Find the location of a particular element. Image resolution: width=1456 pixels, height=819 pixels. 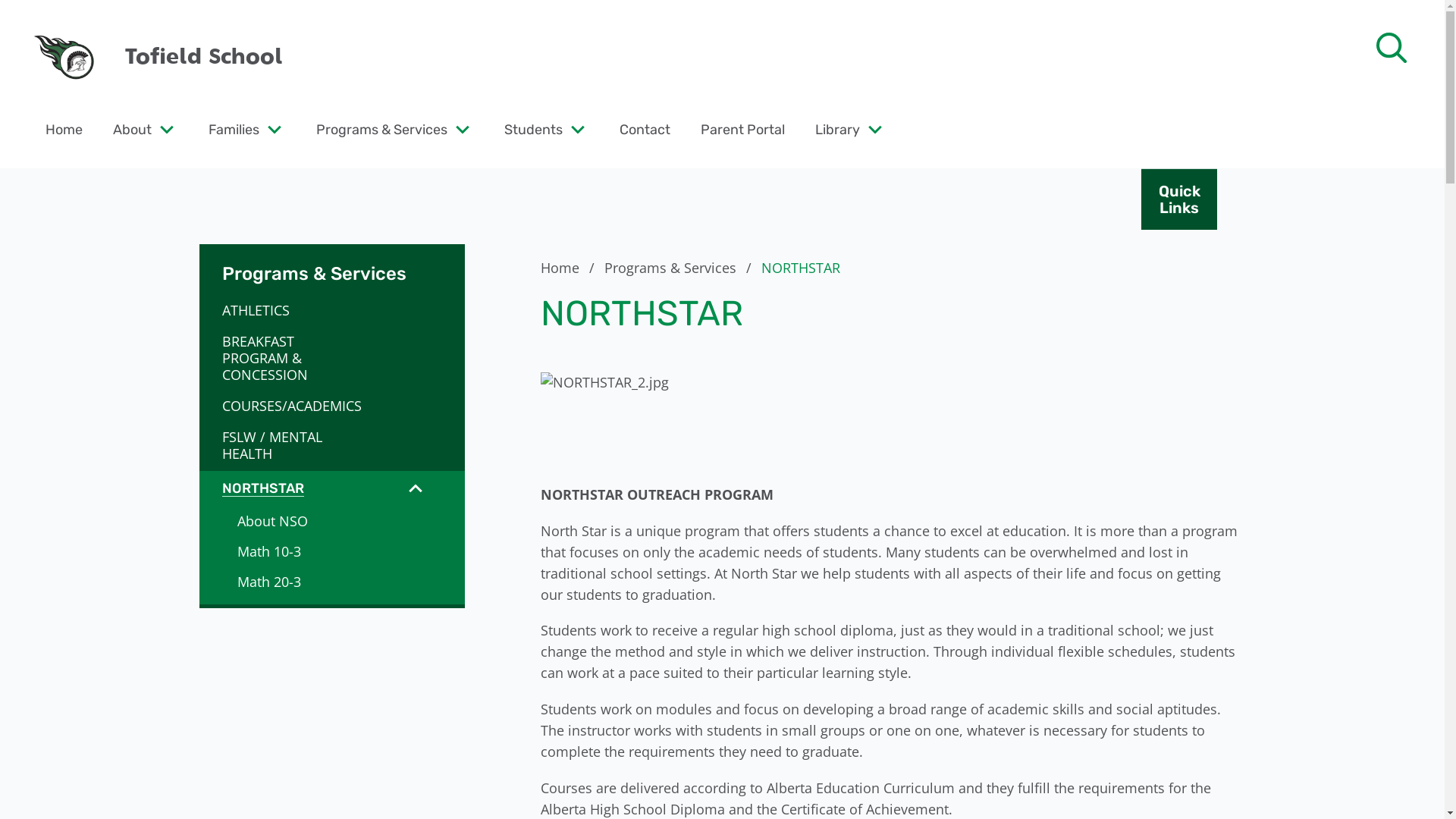

'Search' is located at coordinates (45, 20).